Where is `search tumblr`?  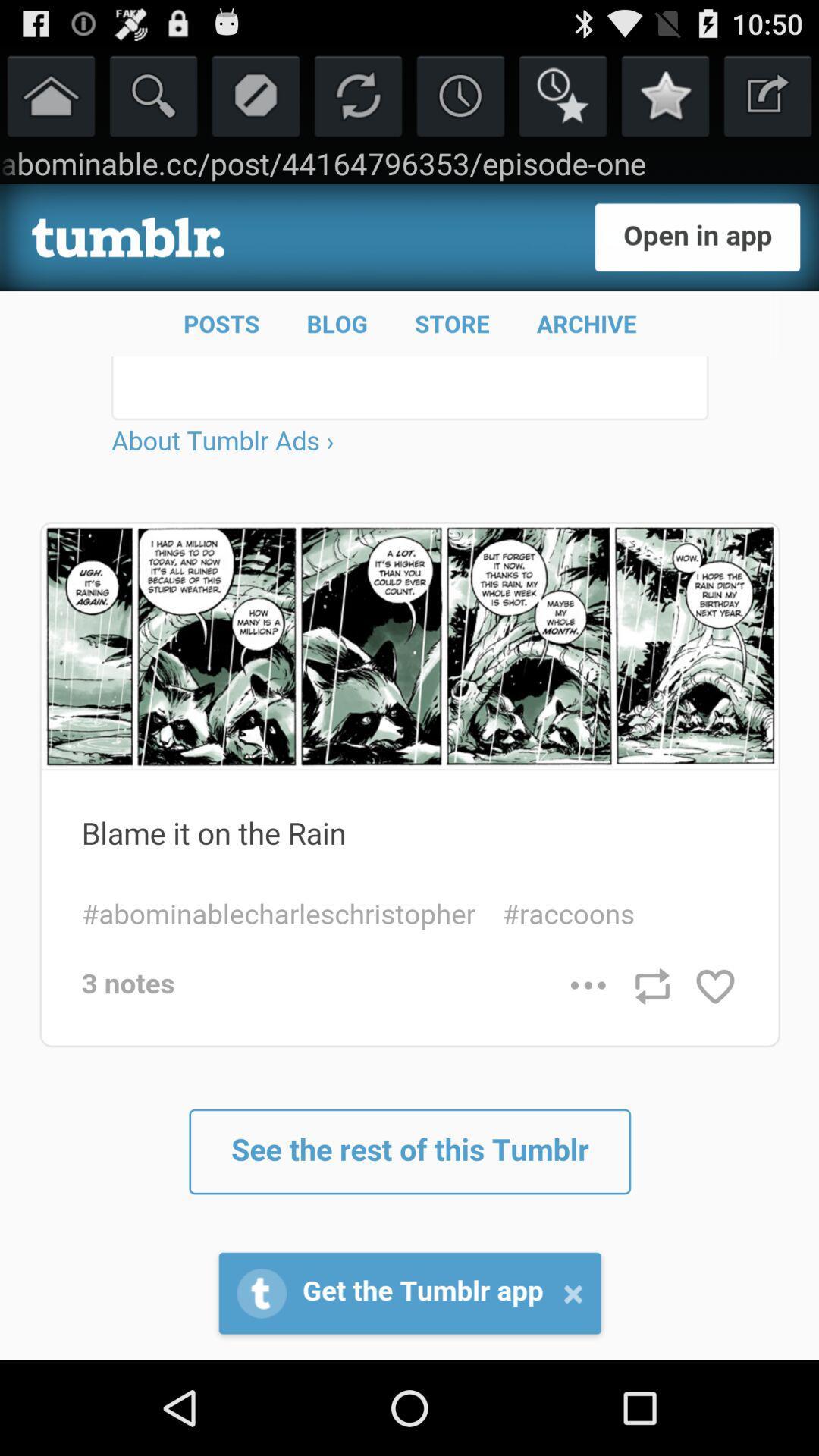 search tumblr is located at coordinates (153, 94).